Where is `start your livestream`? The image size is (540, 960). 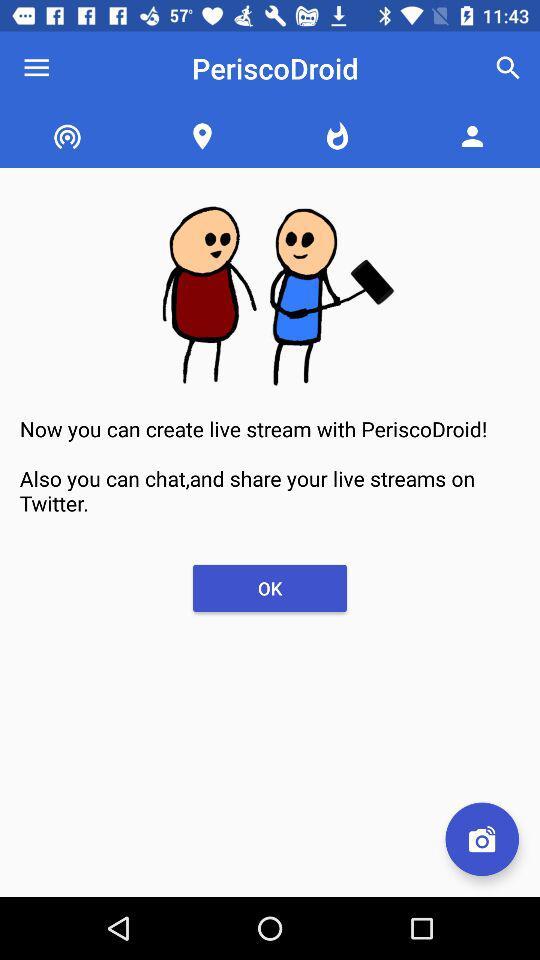 start your livestream is located at coordinates (481, 839).